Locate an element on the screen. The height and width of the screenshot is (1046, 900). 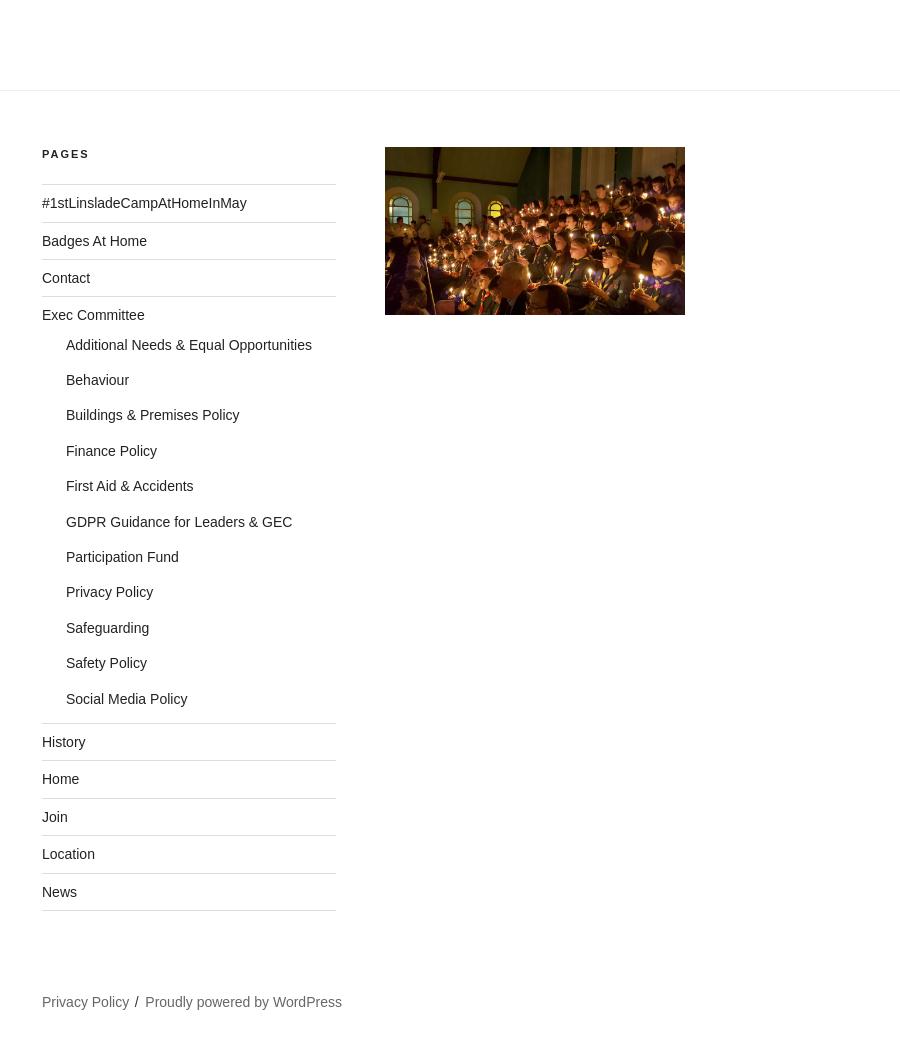
'Behaviour' is located at coordinates (96, 380).